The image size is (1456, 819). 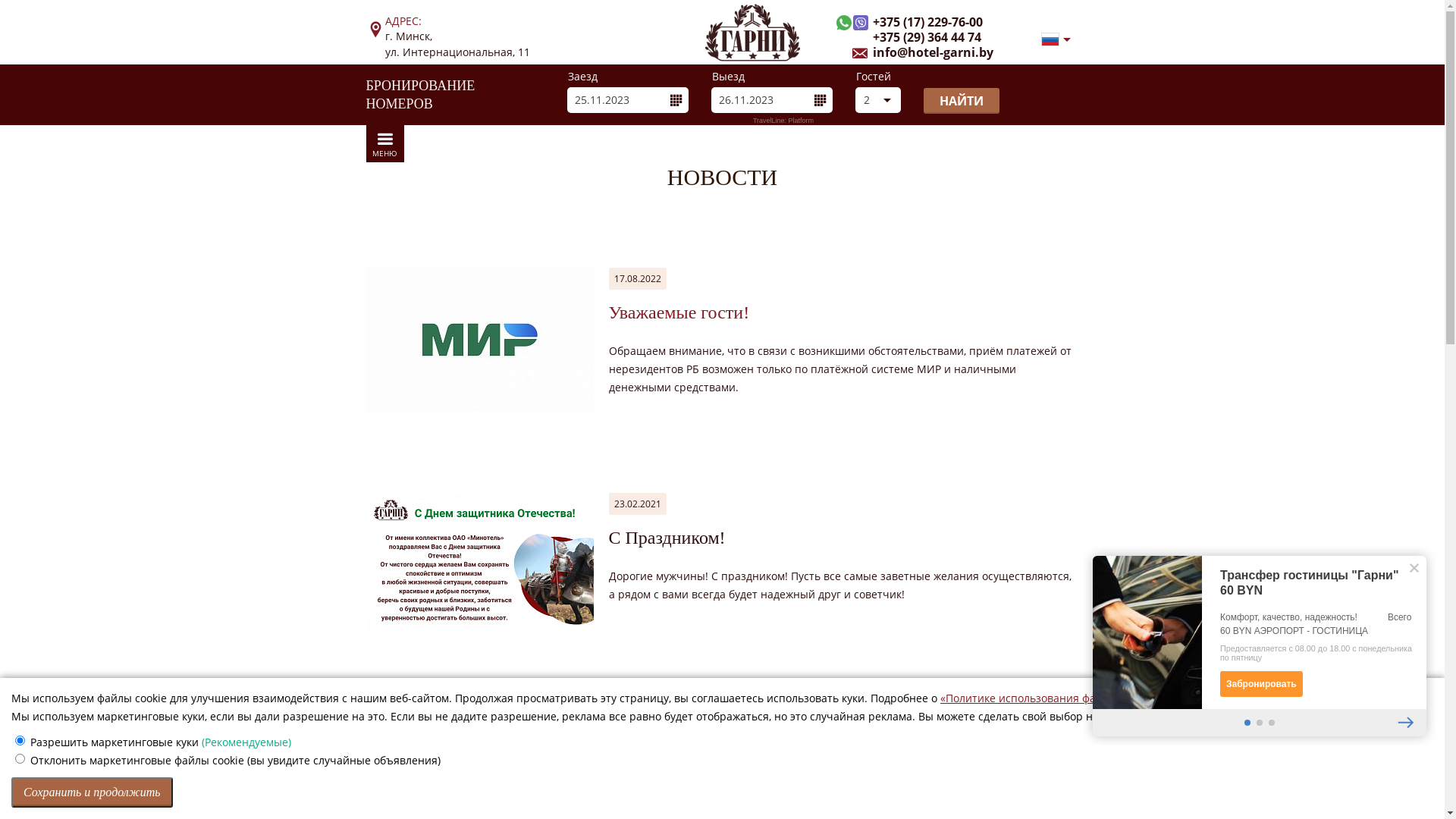 What do you see at coordinates (915, 23) in the screenshot?
I see `'+375 (17) 229-76-00'` at bounding box center [915, 23].